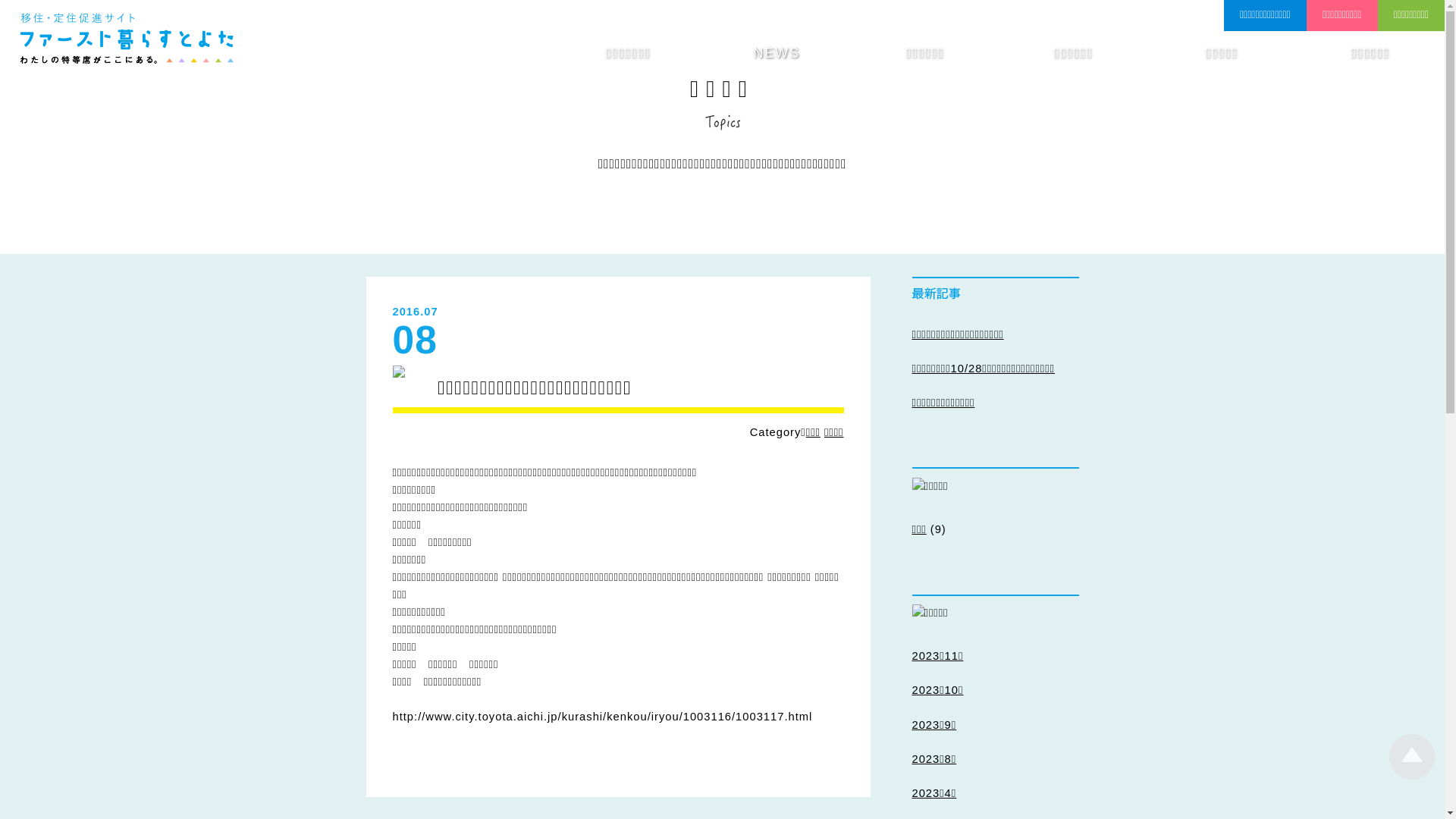 The height and width of the screenshot is (819, 1456). Describe the element at coordinates (776, 52) in the screenshot. I see `'NEWS'` at that location.